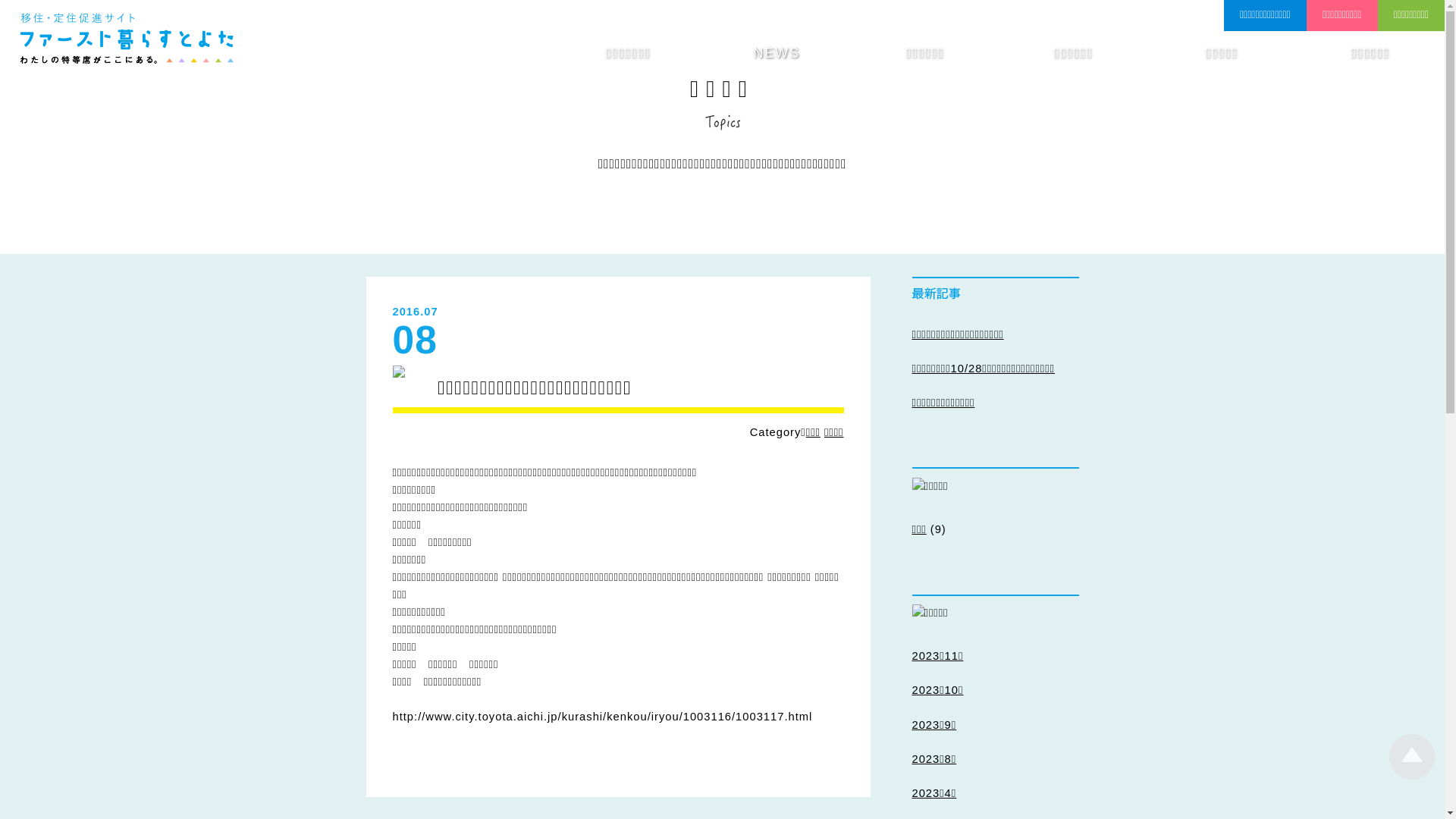 The height and width of the screenshot is (819, 1456). Describe the element at coordinates (776, 52) in the screenshot. I see `'NEWS'` at that location.